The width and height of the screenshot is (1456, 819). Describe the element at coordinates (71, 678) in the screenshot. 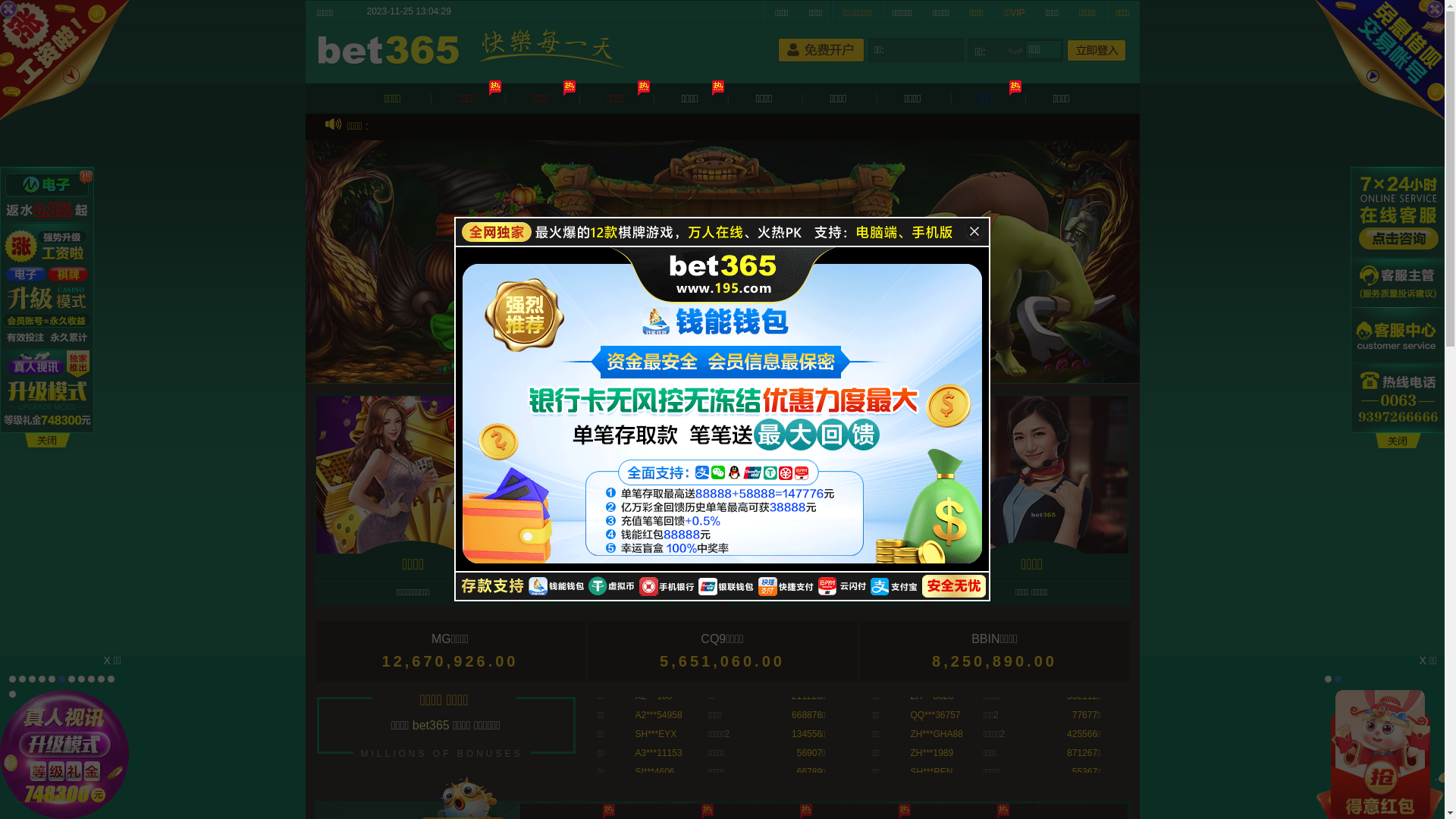

I see `'7'` at that location.